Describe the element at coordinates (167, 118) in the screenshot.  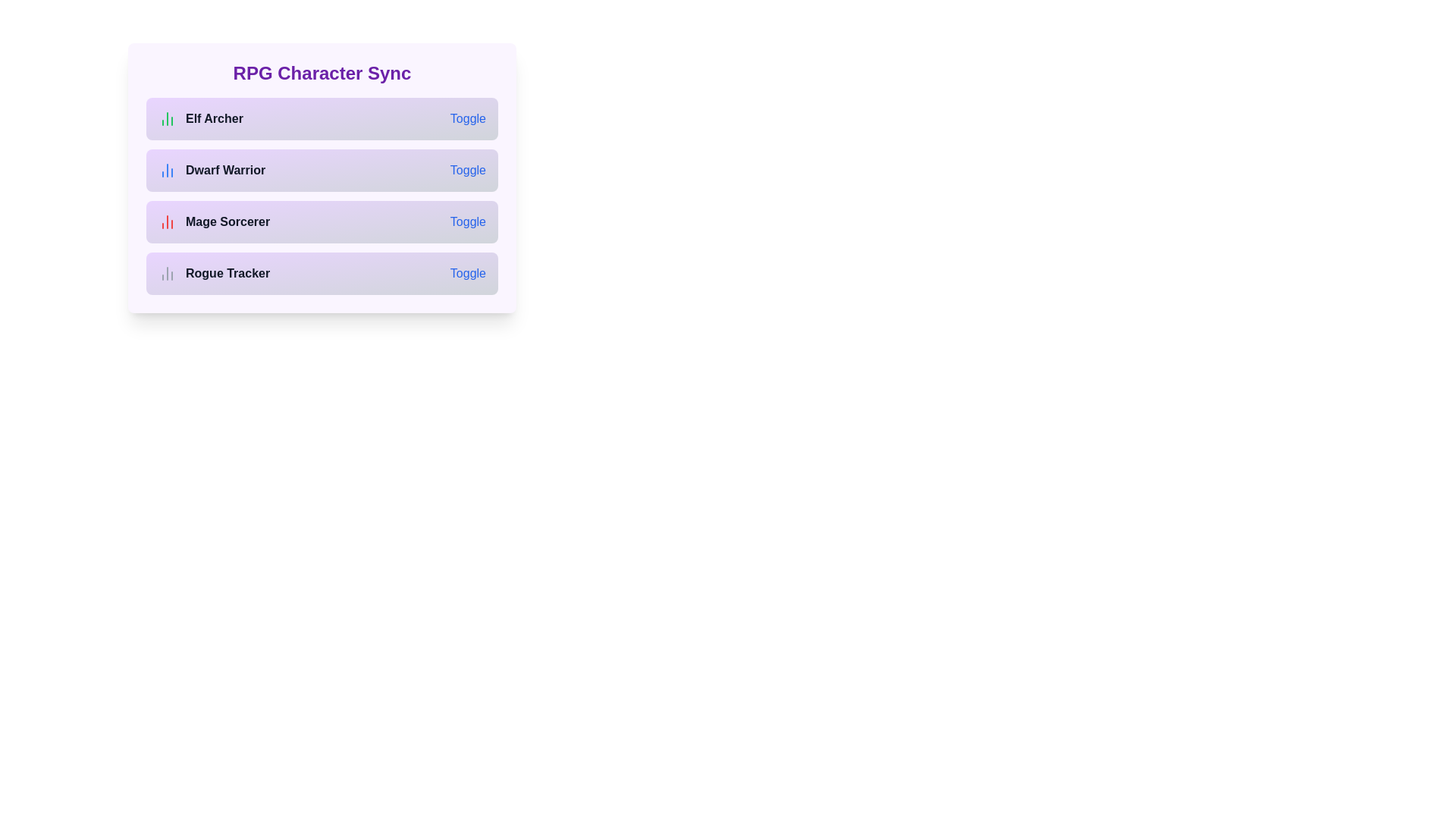
I see `the vertical bar chart icon located next to the 'Elf Archer' text in the 'RPG Character Sync' section` at that location.